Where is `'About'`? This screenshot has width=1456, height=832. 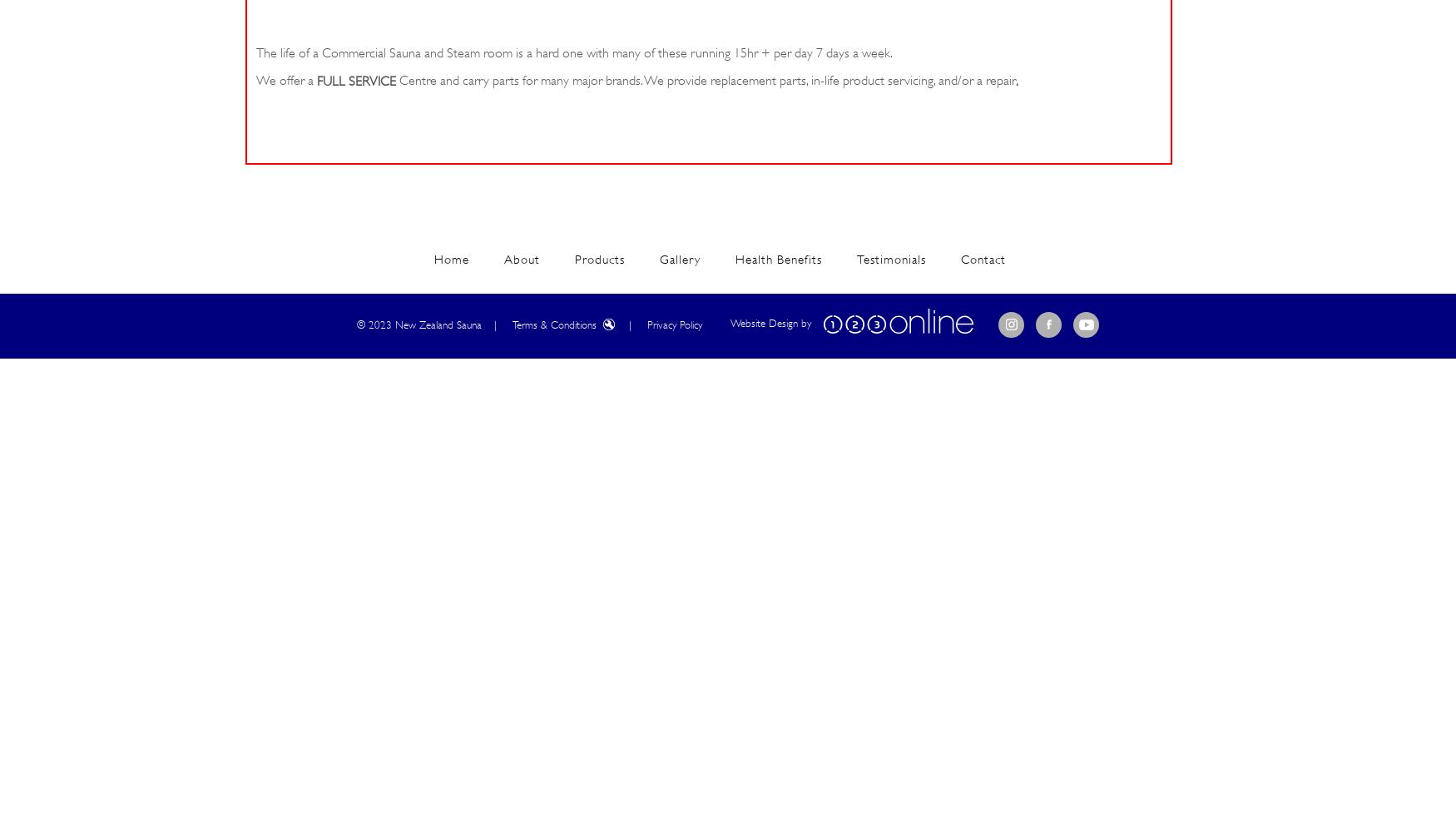
'About' is located at coordinates (503, 260).